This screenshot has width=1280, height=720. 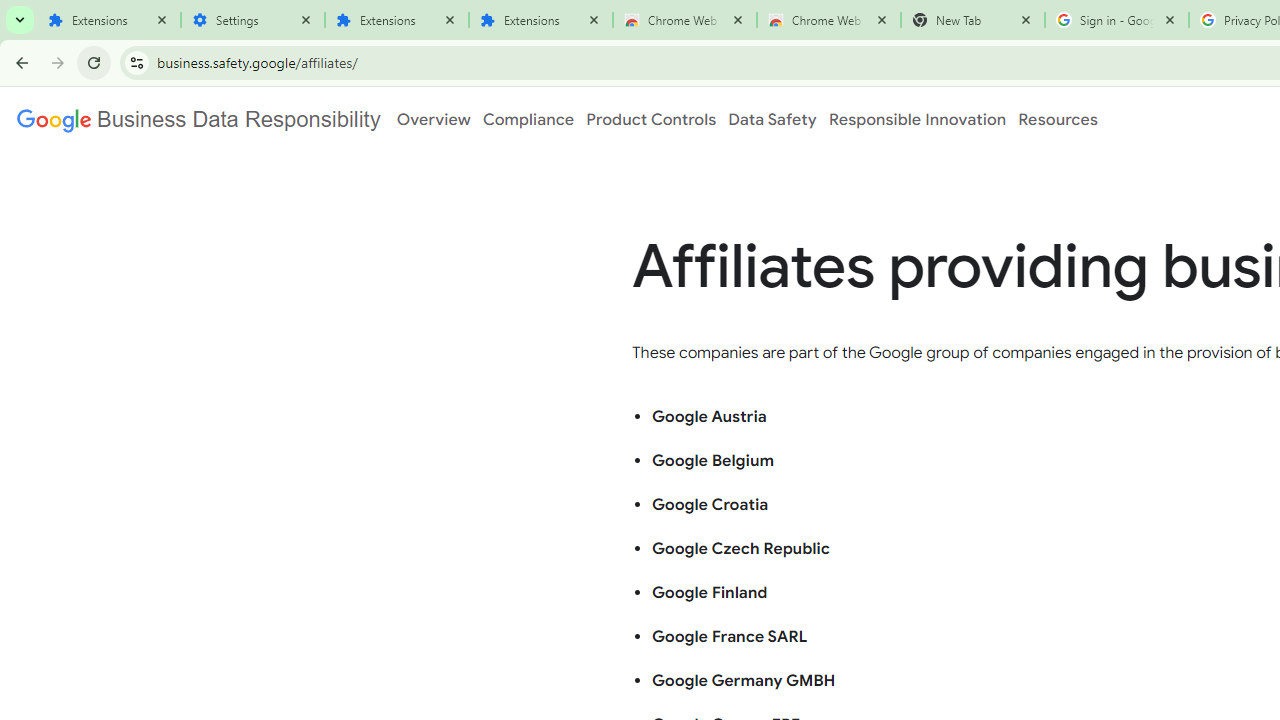 What do you see at coordinates (1057, 119) in the screenshot?
I see `'Resources'` at bounding box center [1057, 119].